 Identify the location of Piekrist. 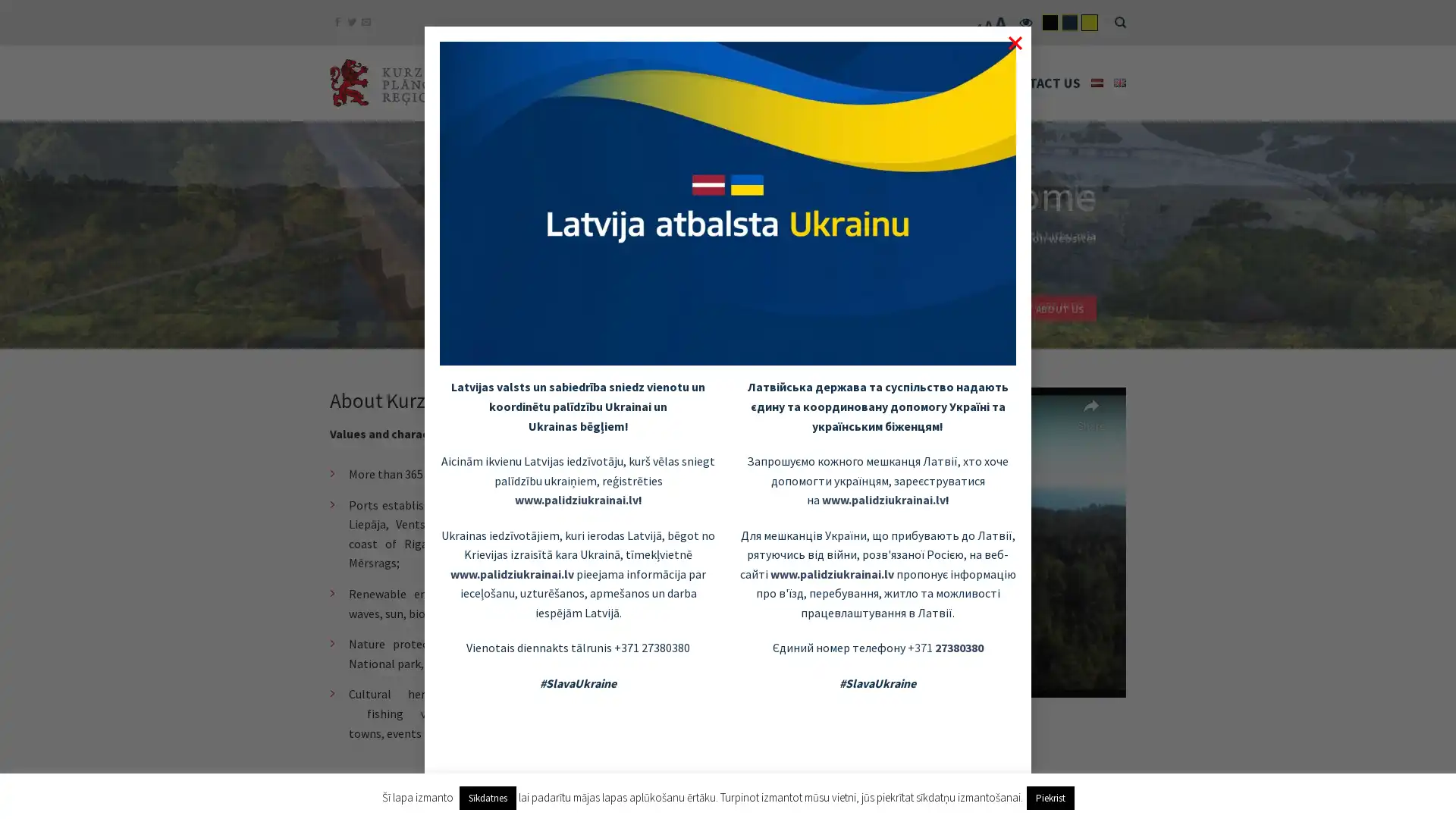
(1049, 797).